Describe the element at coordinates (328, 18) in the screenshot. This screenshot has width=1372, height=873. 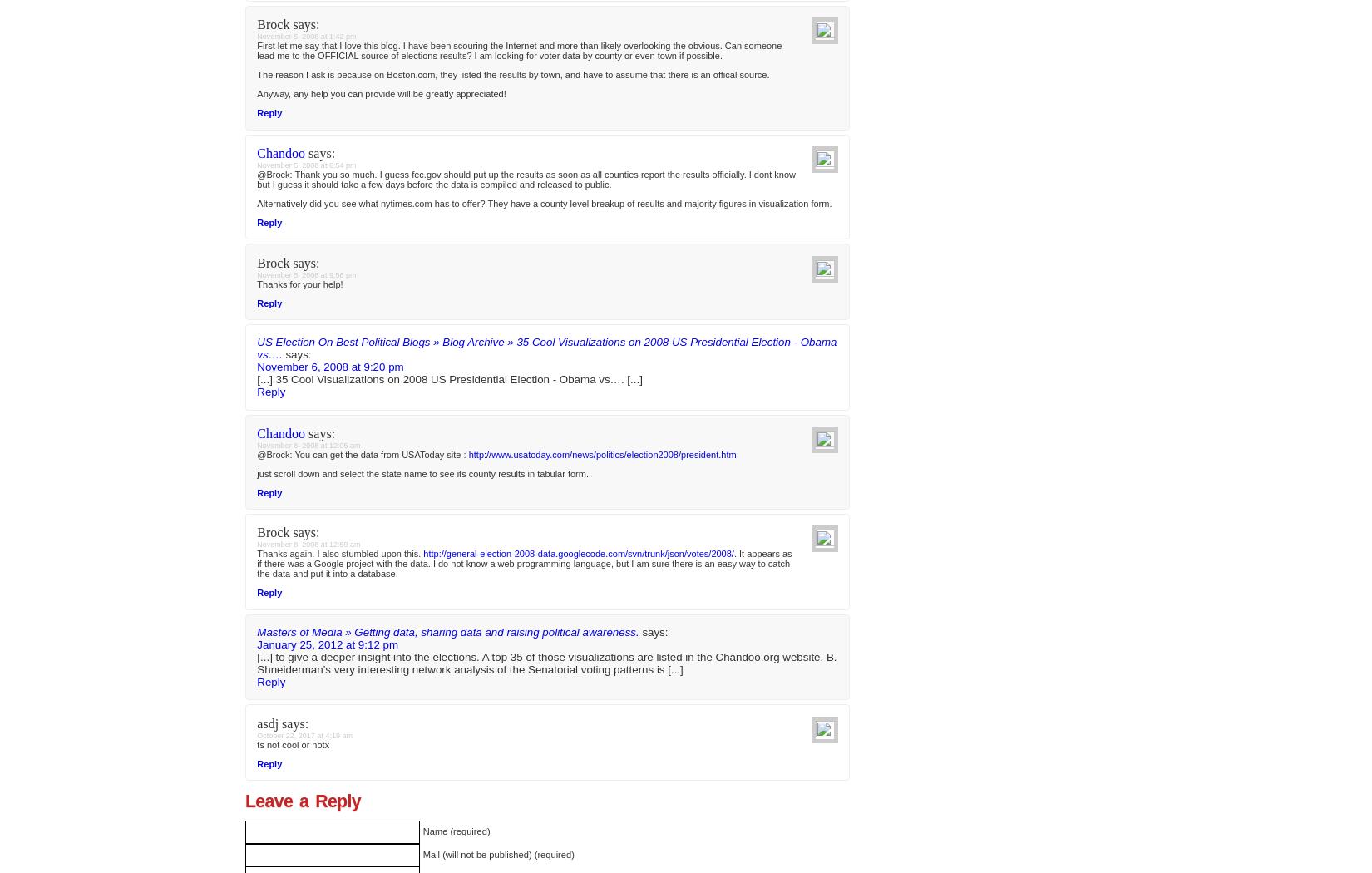
I see `'@Michael .. Welcome to PHD blog'` at that location.